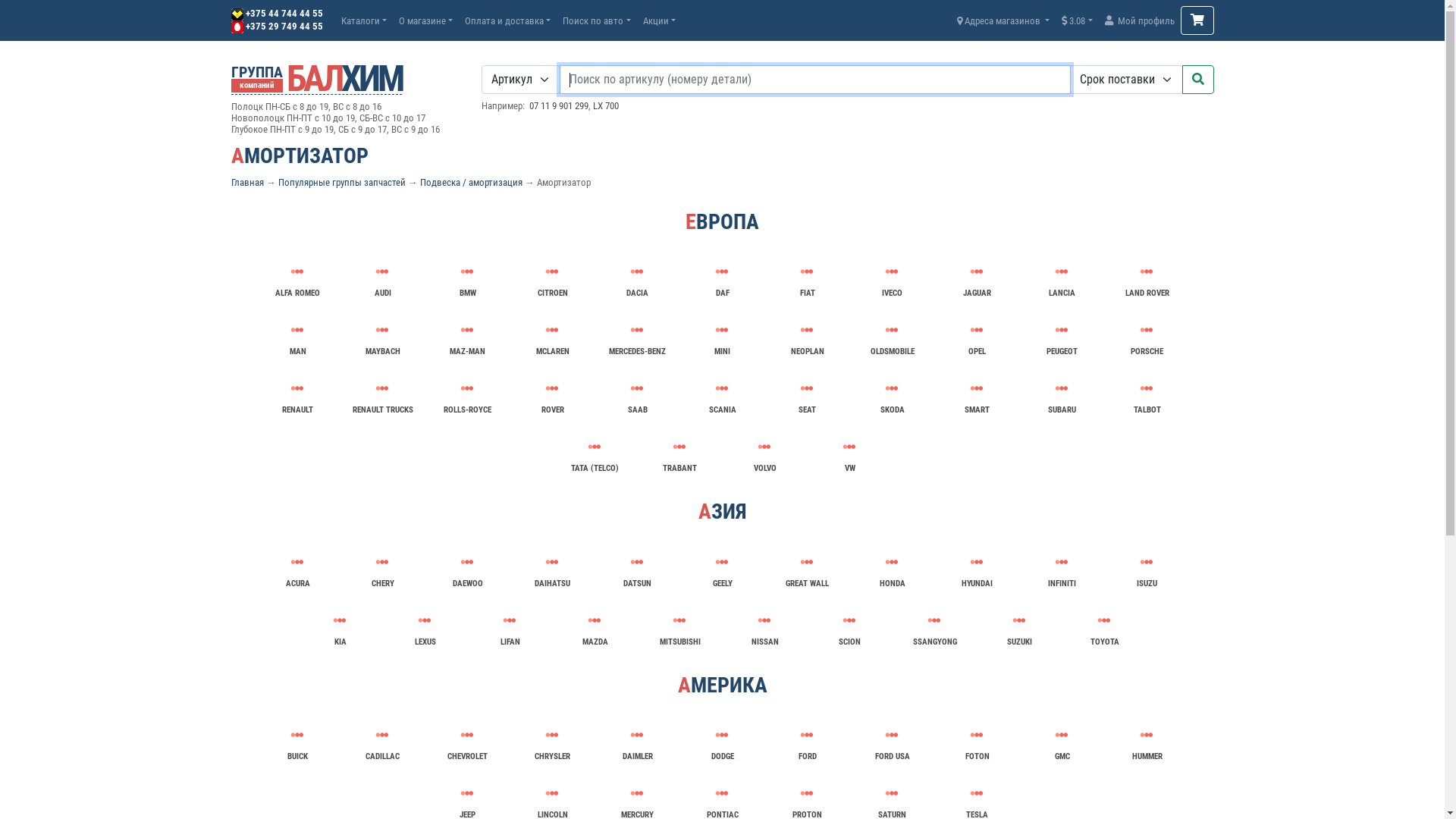 The height and width of the screenshot is (819, 1456). I want to click on 'IVECO', so click(892, 271).